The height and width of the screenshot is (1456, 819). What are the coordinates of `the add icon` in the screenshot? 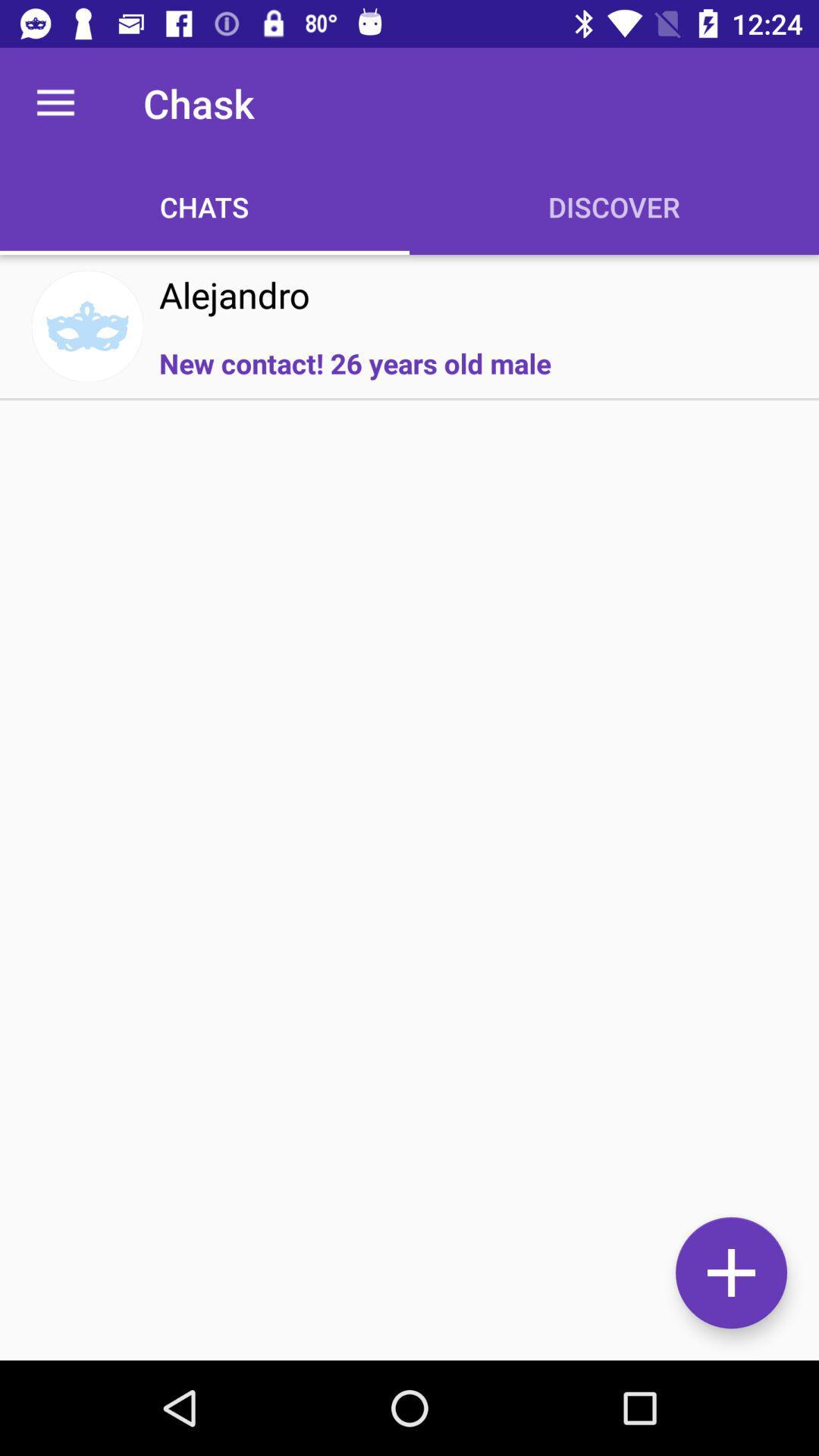 It's located at (730, 1272).